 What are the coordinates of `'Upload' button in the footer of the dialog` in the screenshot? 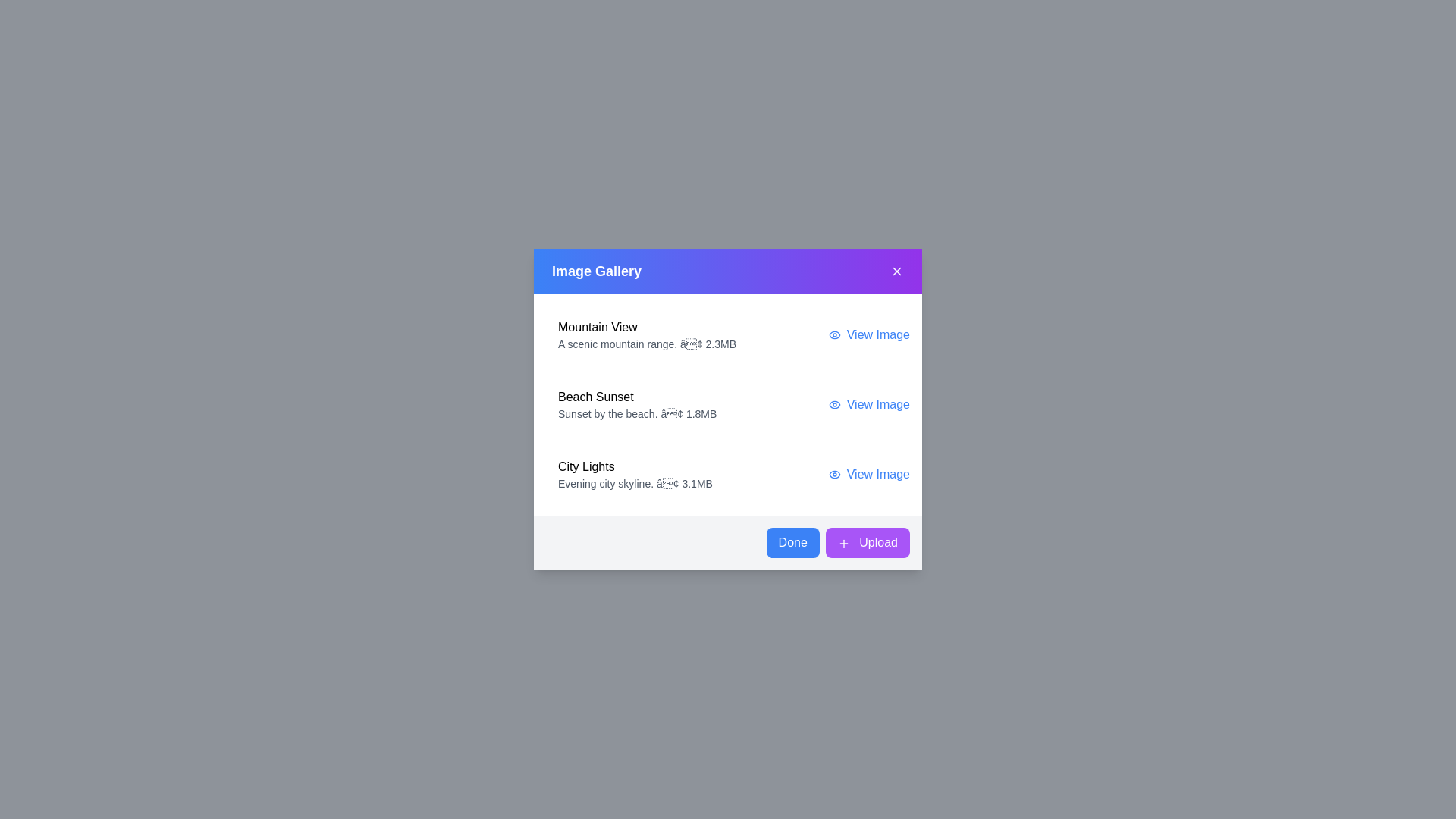 It's located at (867, 542).